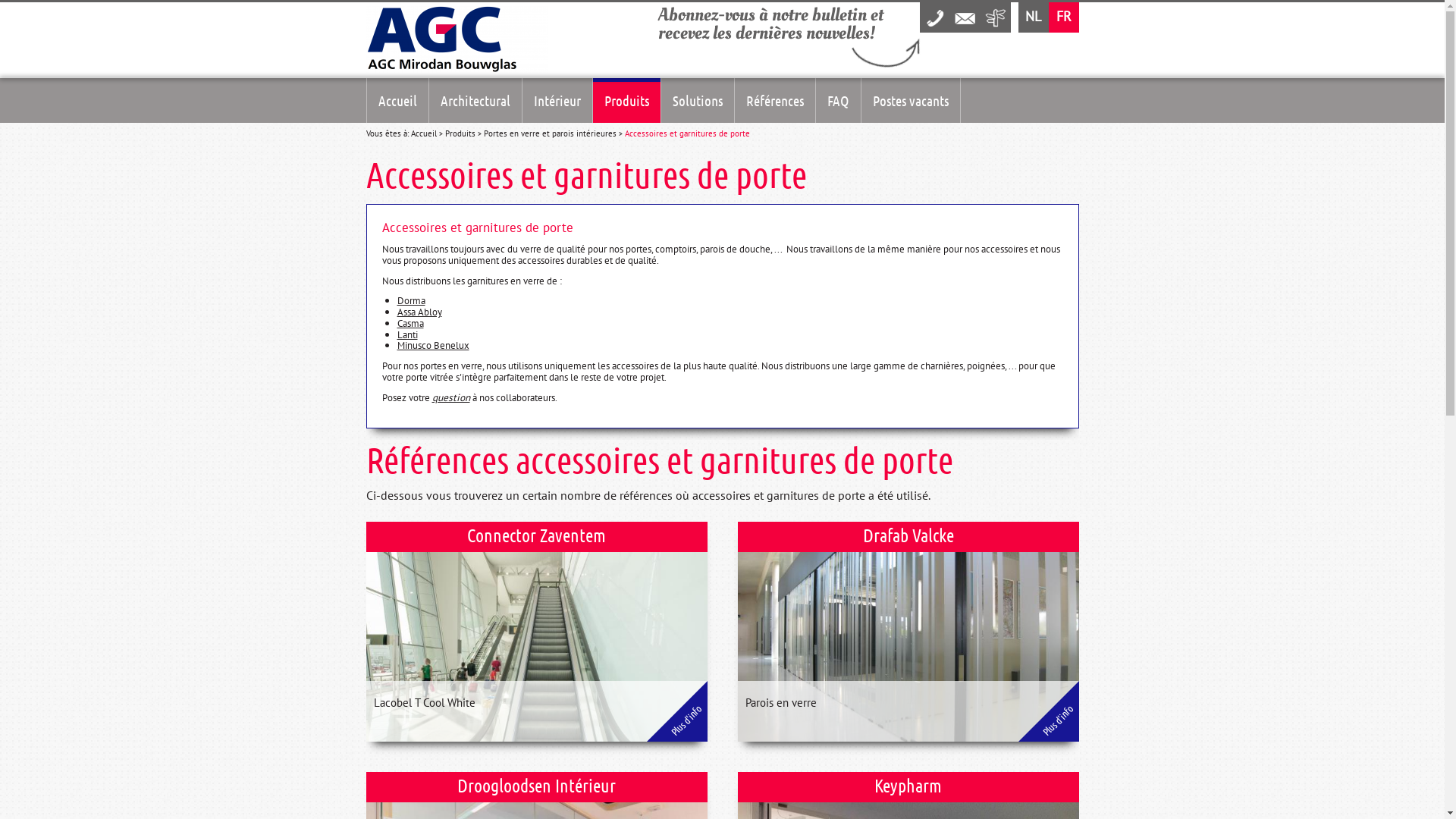 The height and width of the screenshot is (819, 1456). I want to click on 'Dorma', so click(397, 300).